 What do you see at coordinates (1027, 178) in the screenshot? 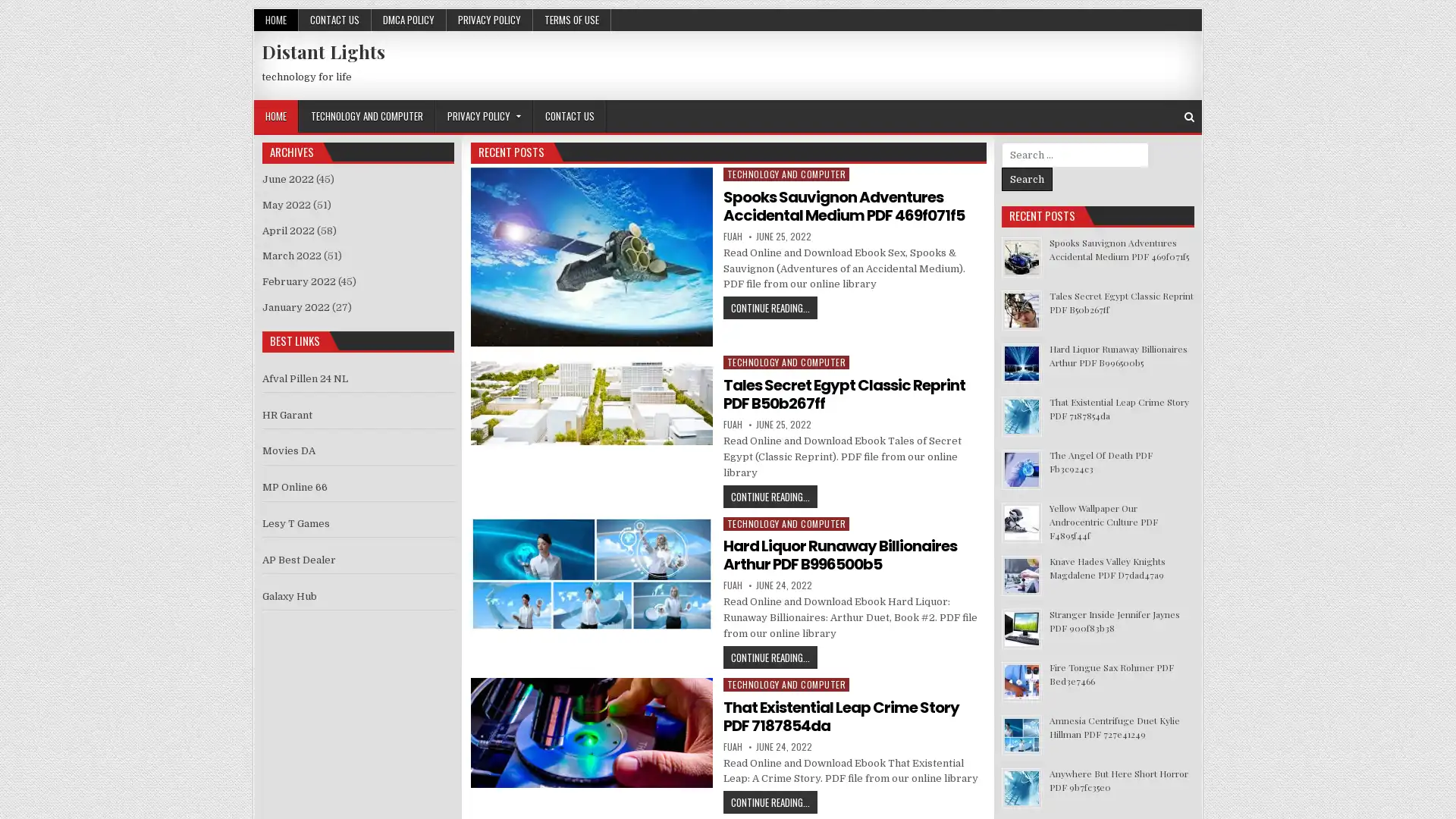
I see `Search` at bounding box center [1027, 178].